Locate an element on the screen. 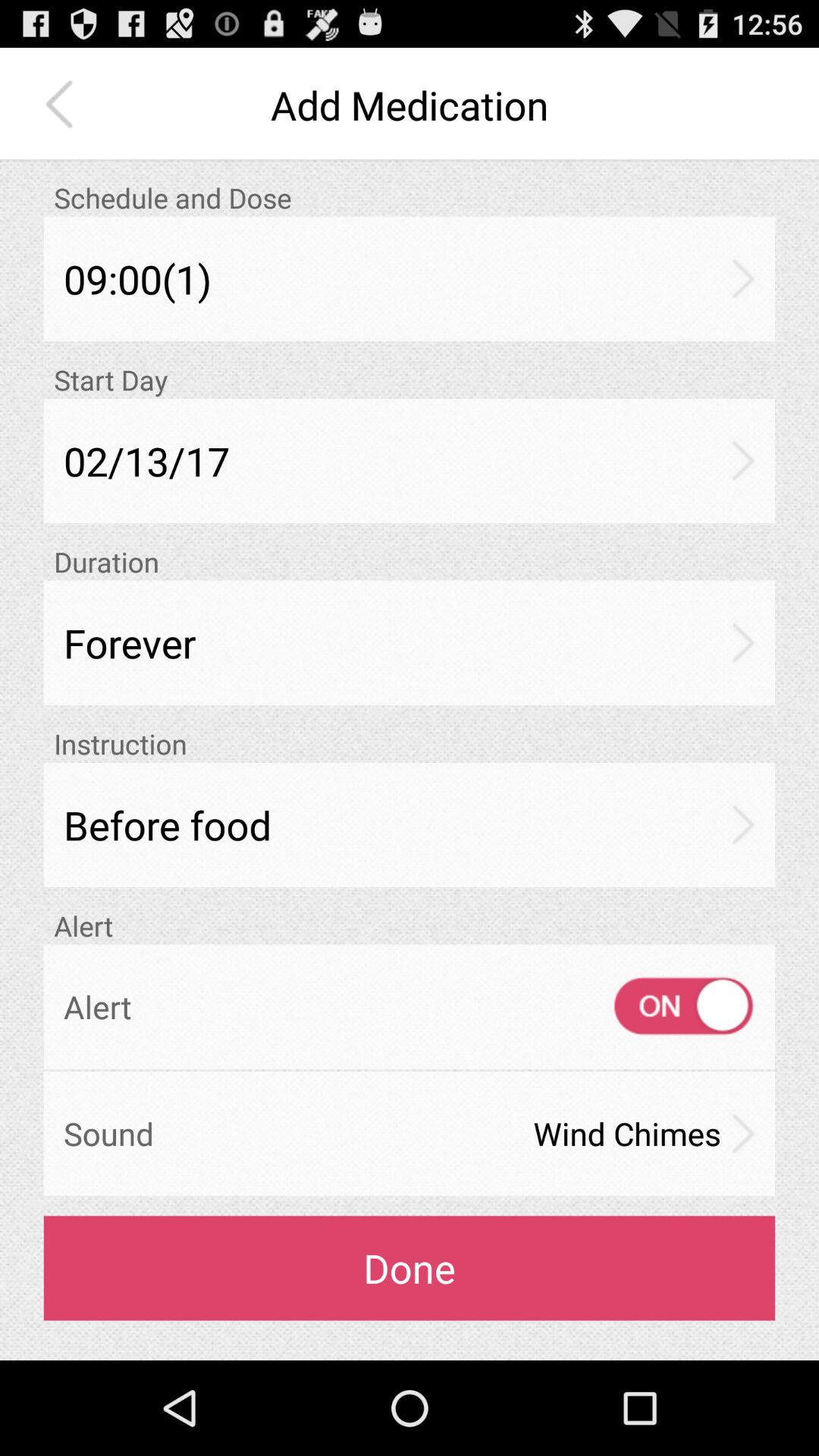 The image size is (819, 1456). icon above the duration app is located at coordinates (409, 460).